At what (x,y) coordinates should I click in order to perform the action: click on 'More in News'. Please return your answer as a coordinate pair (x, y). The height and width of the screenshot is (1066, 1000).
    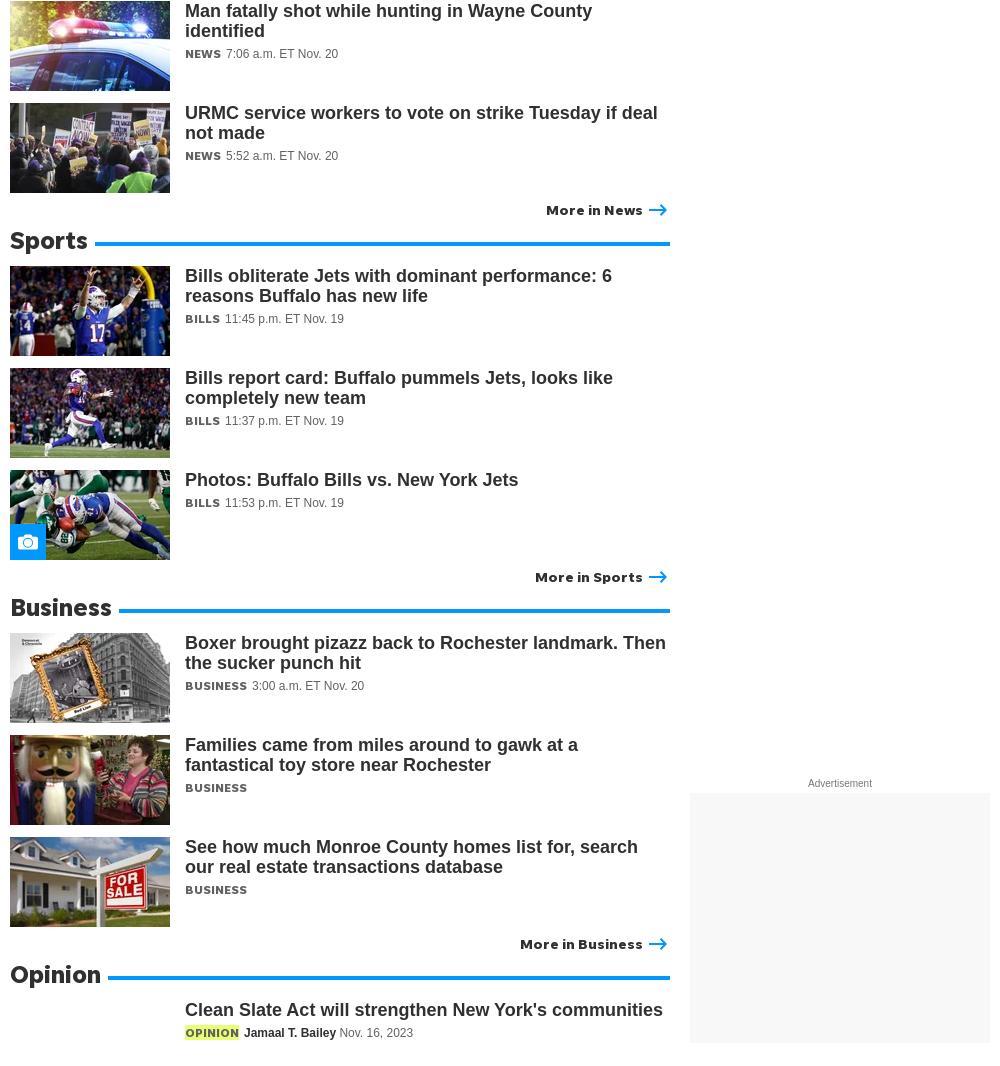
    Looking at the image, I should click on (593, 208).